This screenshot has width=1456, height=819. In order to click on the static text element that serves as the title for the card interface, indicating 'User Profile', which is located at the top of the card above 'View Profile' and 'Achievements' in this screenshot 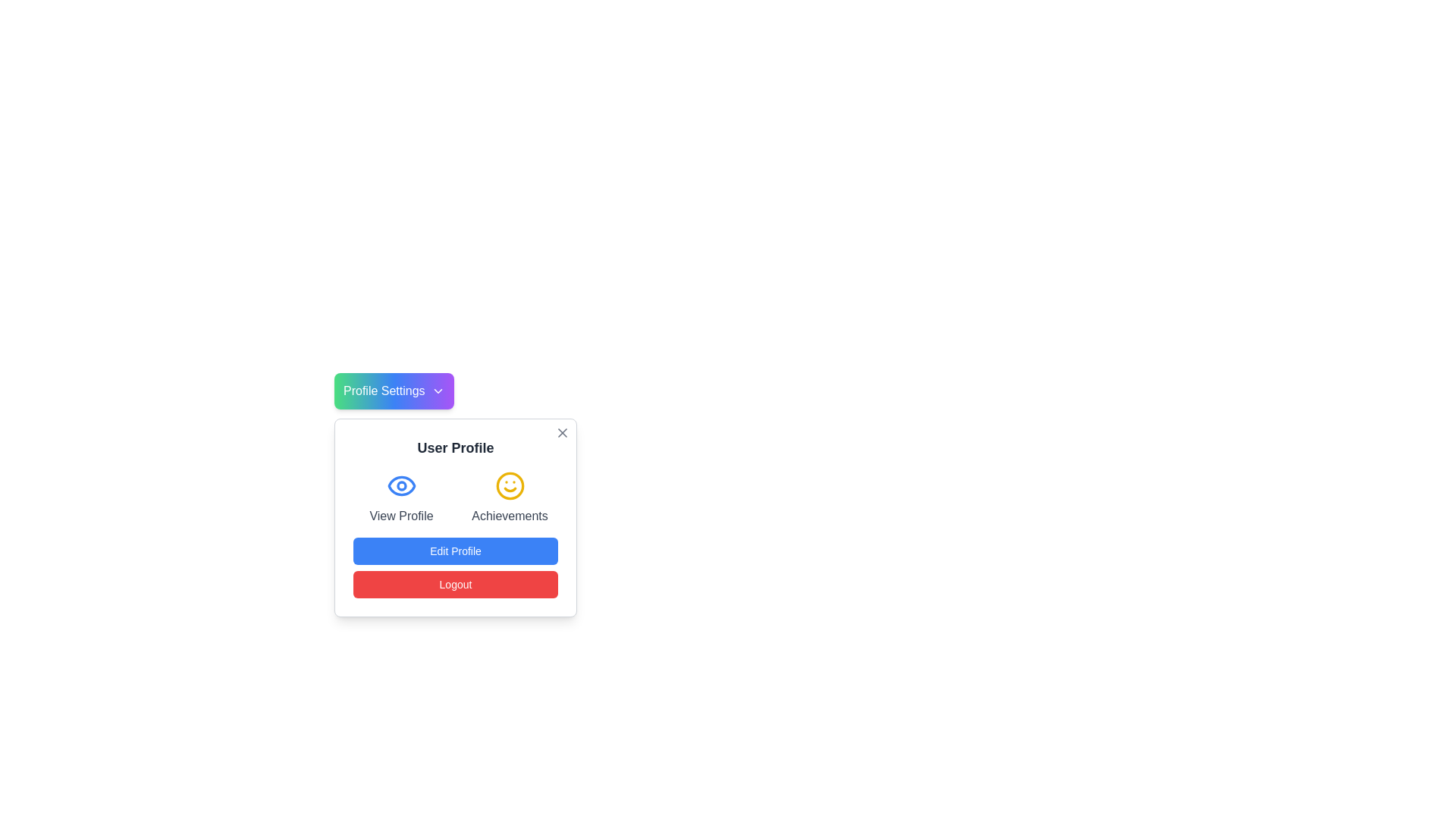, I will do `click(454, 447)`.